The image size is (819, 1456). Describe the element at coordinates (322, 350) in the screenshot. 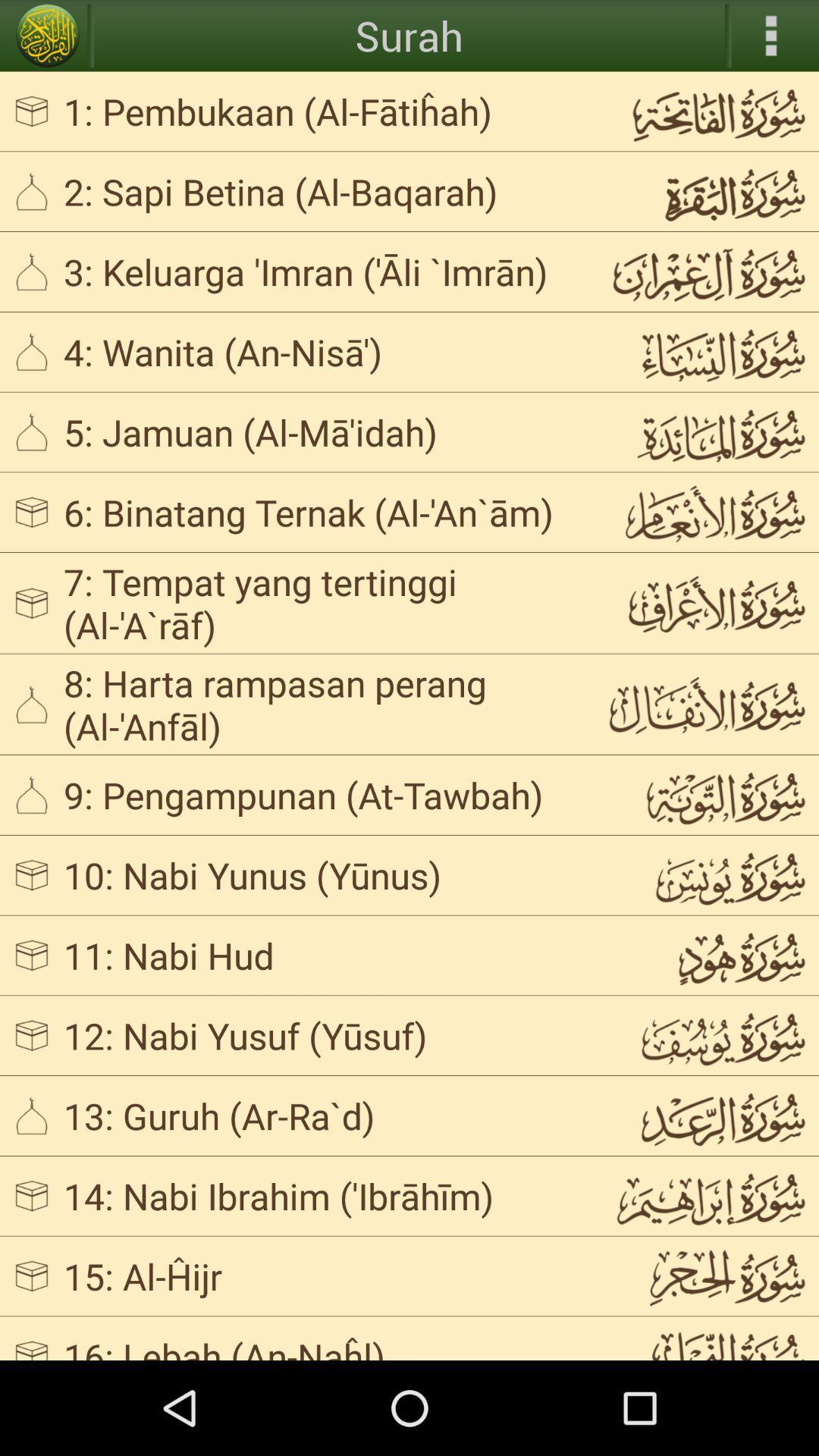

I see `the 4 wanita an` at that location.